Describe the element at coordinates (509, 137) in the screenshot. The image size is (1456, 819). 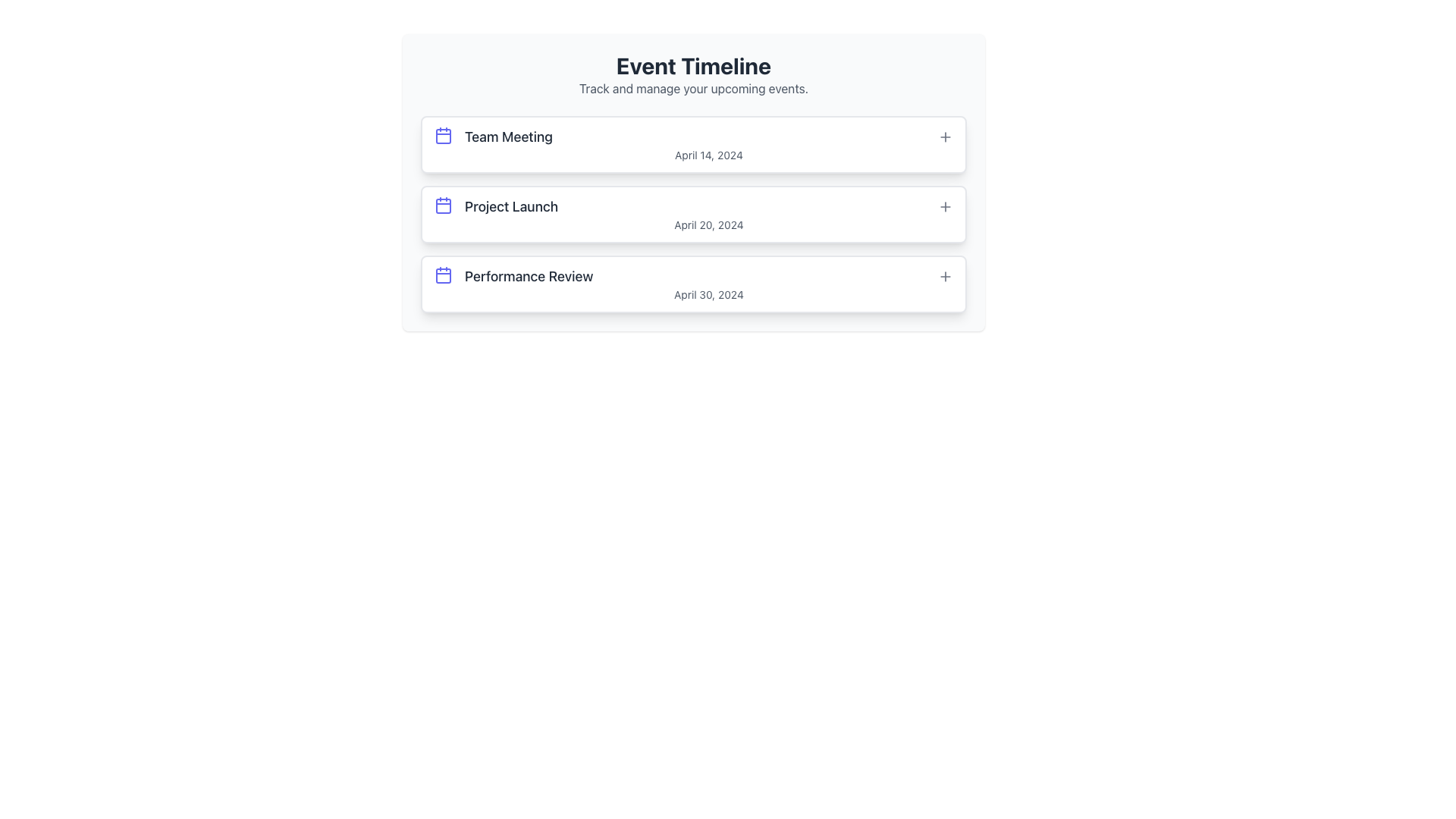
I see `the text label representing the title of an event in the timeline, which is located in the top-left section of the first entry in the 'Event Timeline' list, to interact with it` at that location.